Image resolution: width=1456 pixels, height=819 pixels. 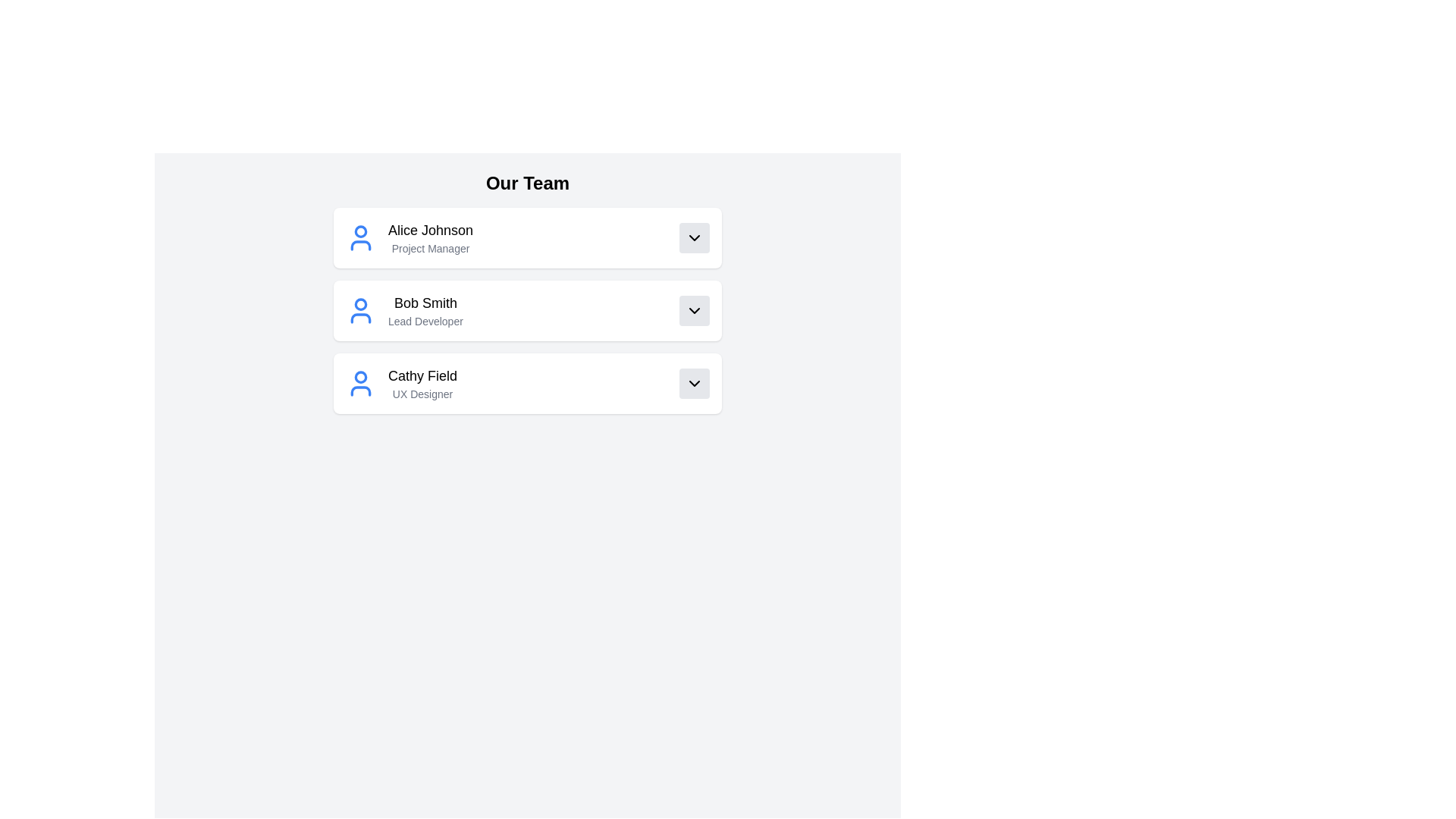 I want to click on the square button with a light gray background and a downward-facing chevron icon, located to the right of 'Project Manager' and below 'Alice Johnson', to change its background color, so click(x=694, y=237).